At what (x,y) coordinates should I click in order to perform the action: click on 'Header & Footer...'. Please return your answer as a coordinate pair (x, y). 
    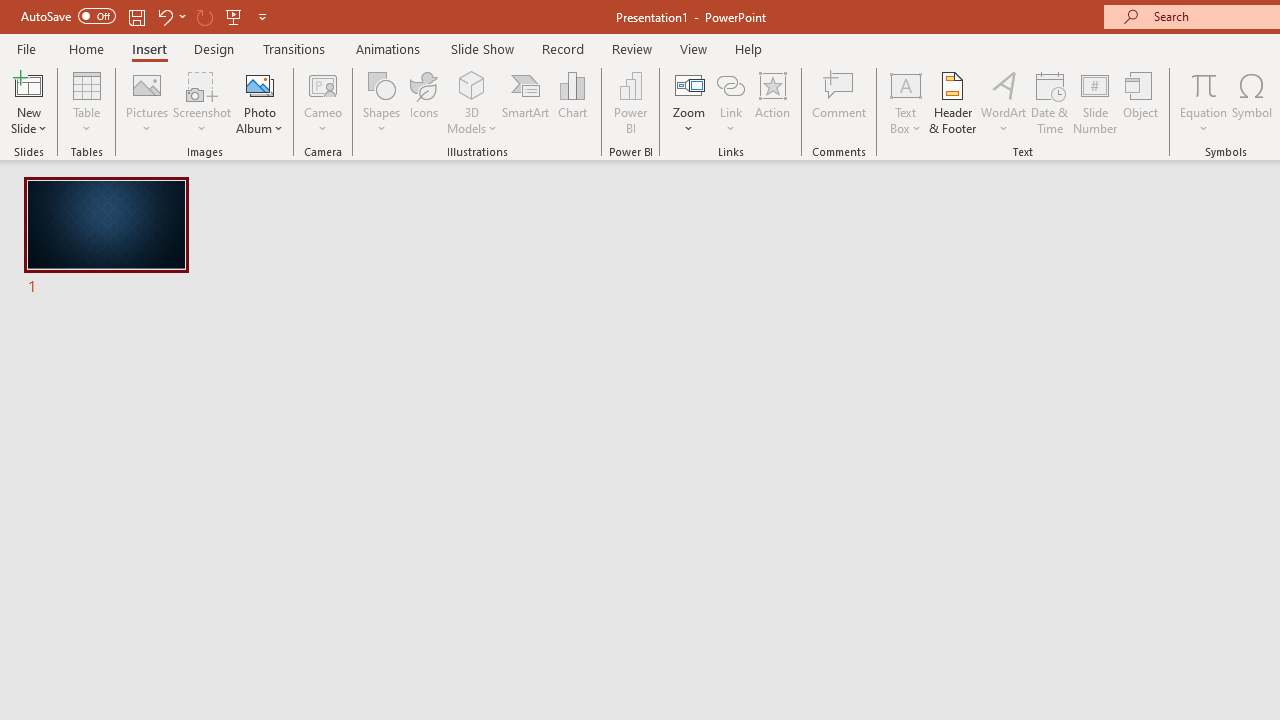
    Looking at the image, I should click on (951, 103).